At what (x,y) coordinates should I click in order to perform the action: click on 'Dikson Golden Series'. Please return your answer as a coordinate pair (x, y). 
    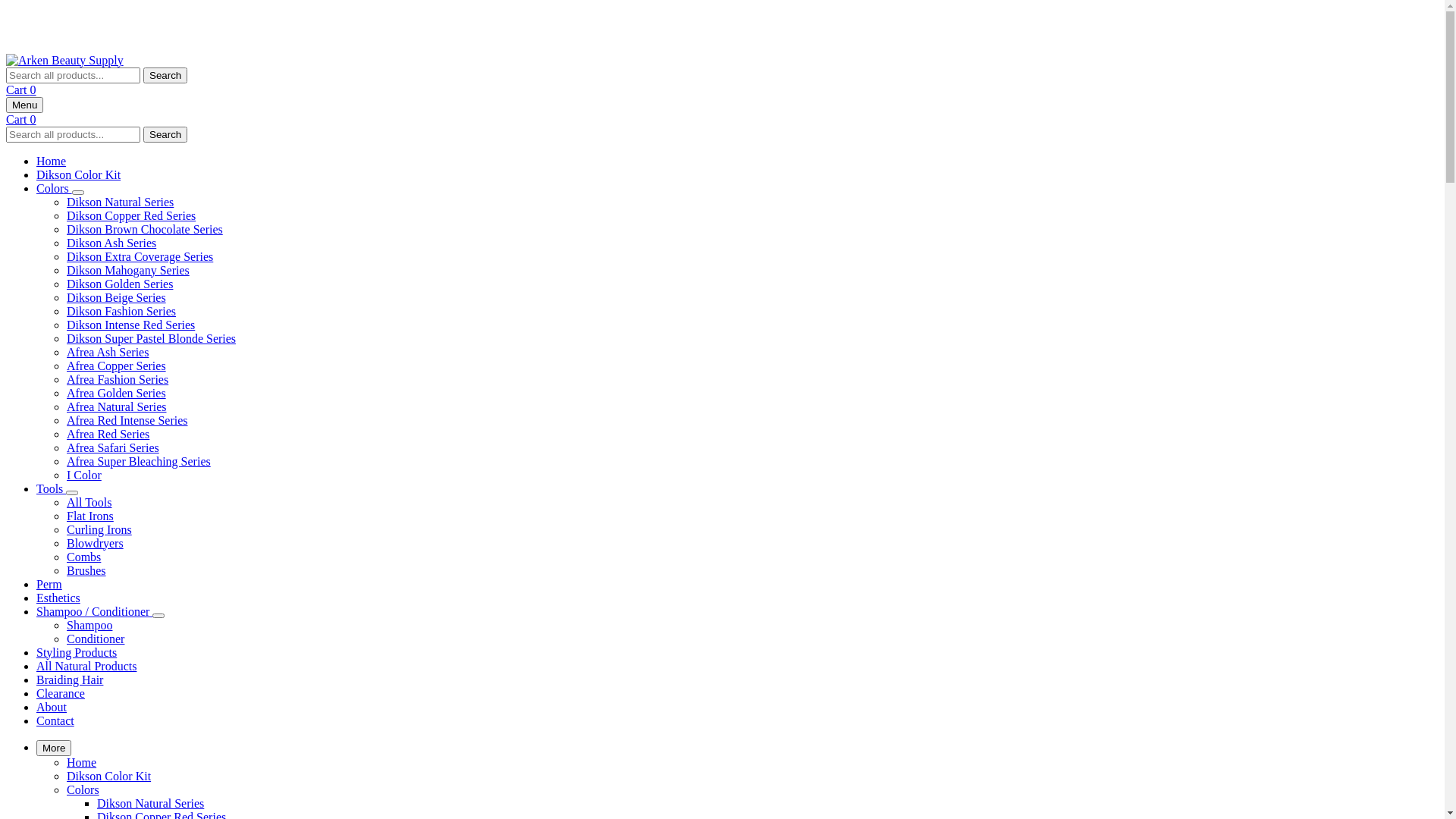
    Looking at the image, I should click on (119, 284).